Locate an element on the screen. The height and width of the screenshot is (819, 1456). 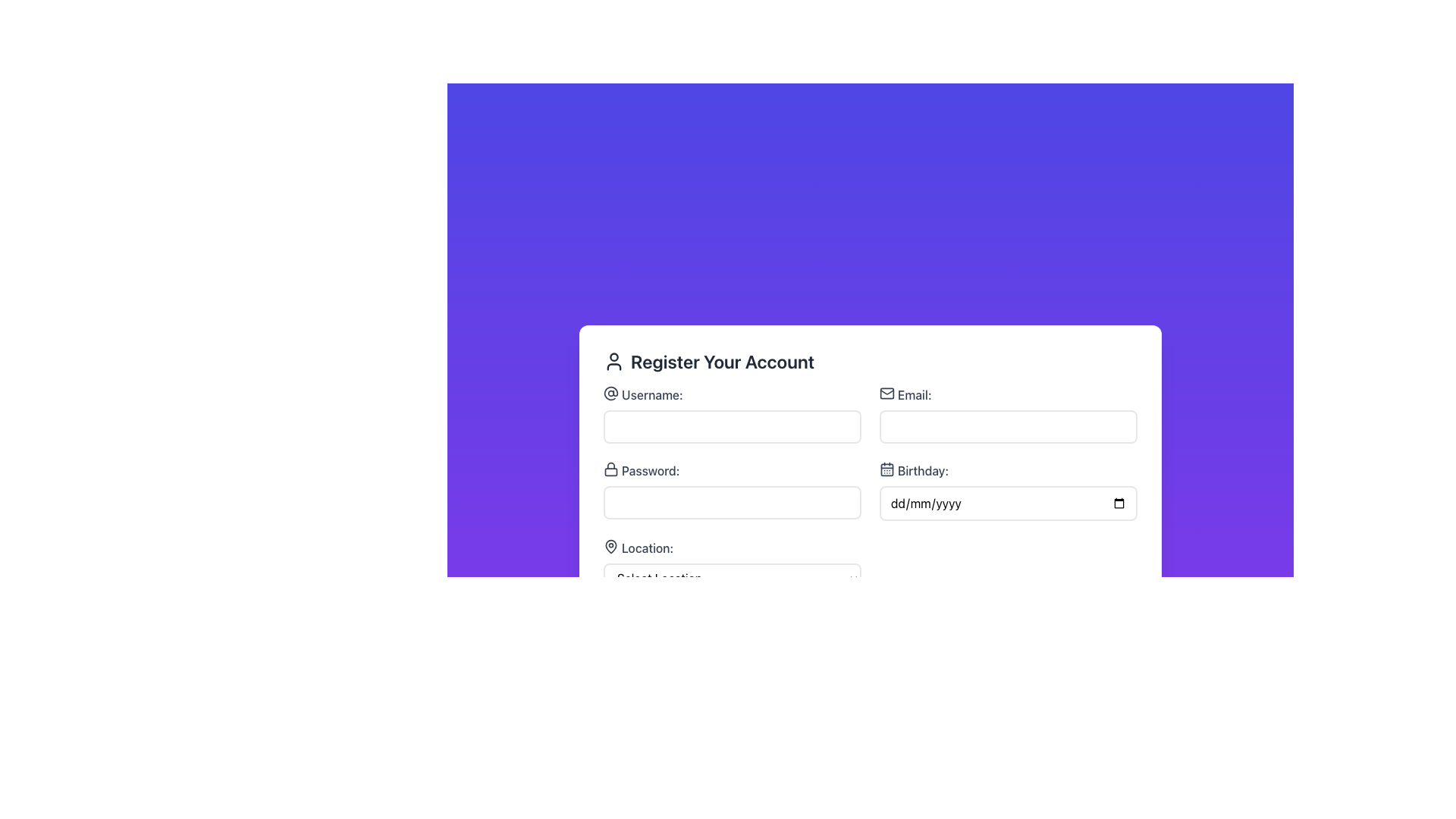
dark-colored decorative SVG rectangle with rounded corners located in the upper-left region of the calendar icon near the 'Birthday' input field in the form is located at coordinates (887, 468).